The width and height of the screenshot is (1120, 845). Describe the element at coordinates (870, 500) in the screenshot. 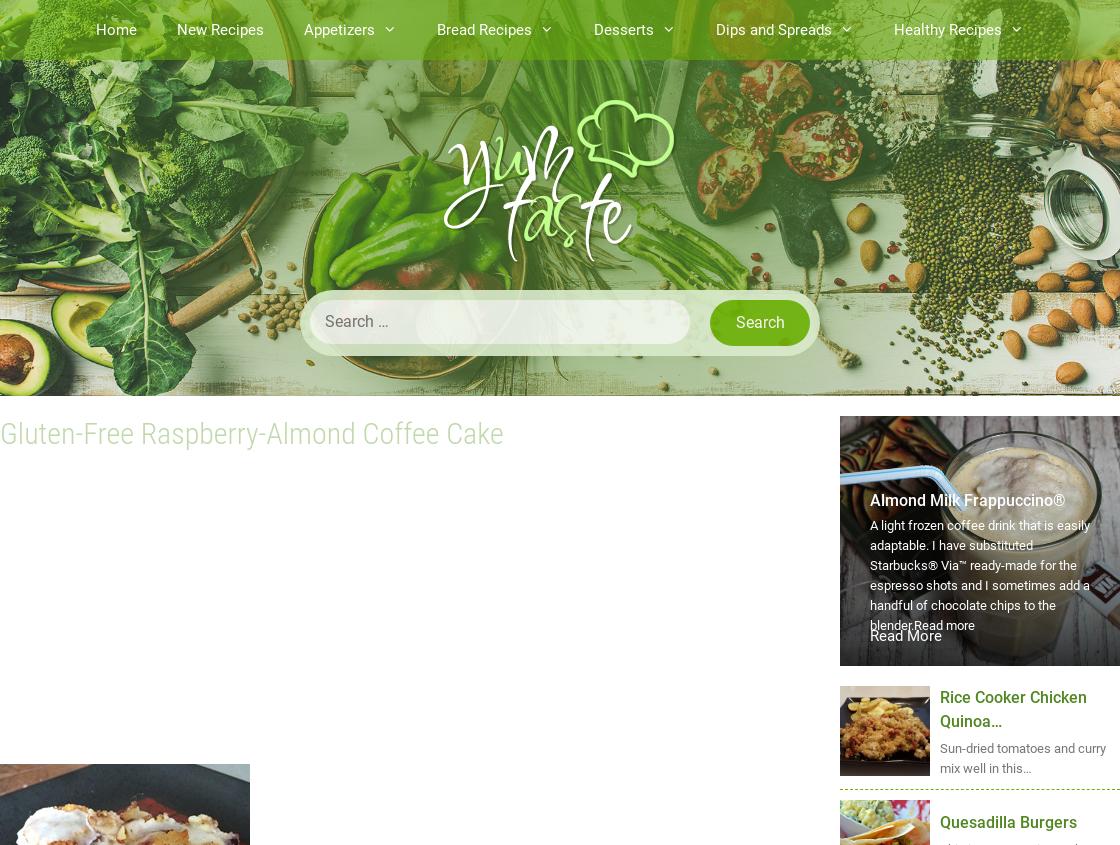

I see `'Almond Milk Frappuccino®'` at that location.